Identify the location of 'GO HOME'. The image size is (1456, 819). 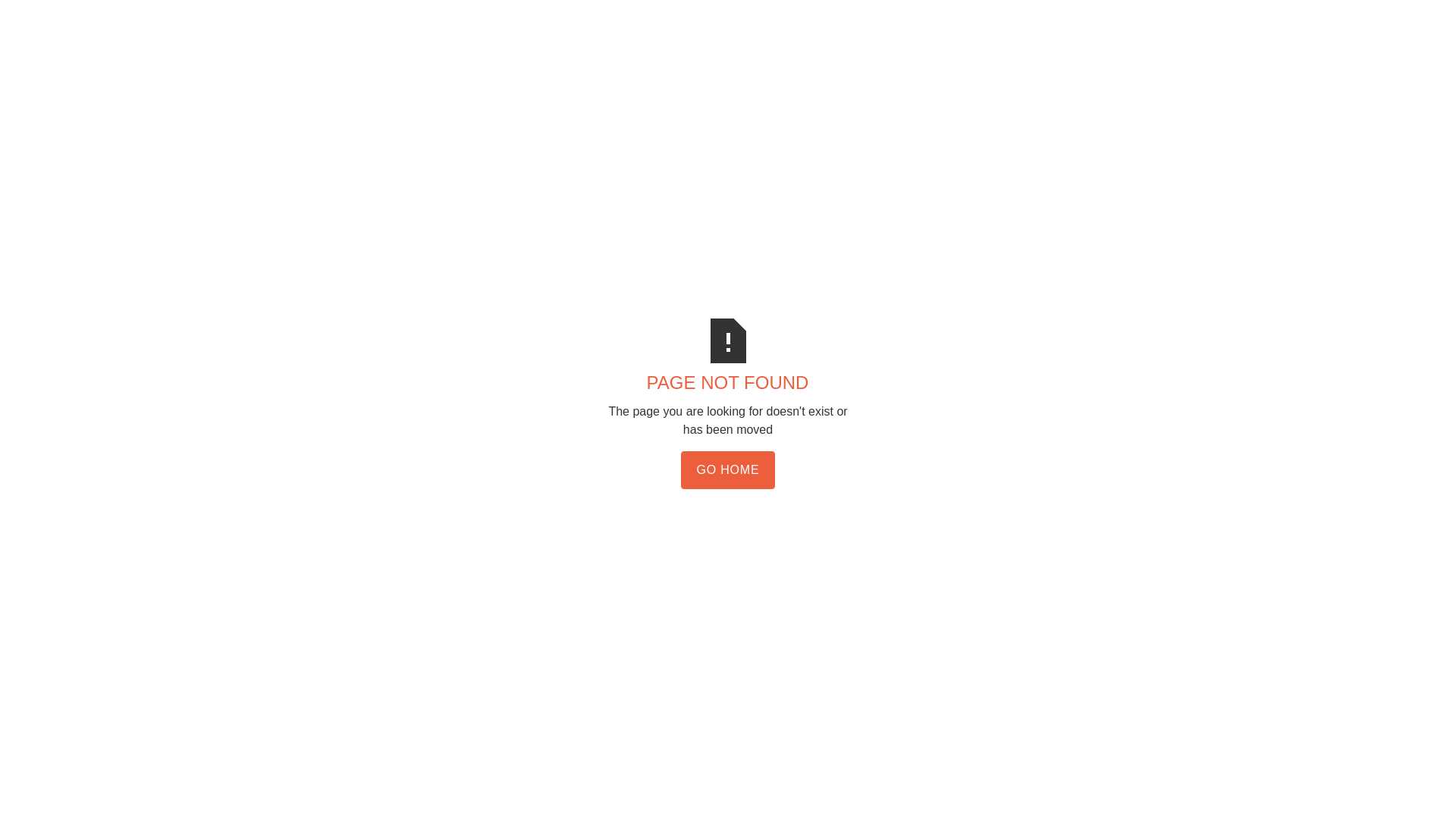
(728, 469).